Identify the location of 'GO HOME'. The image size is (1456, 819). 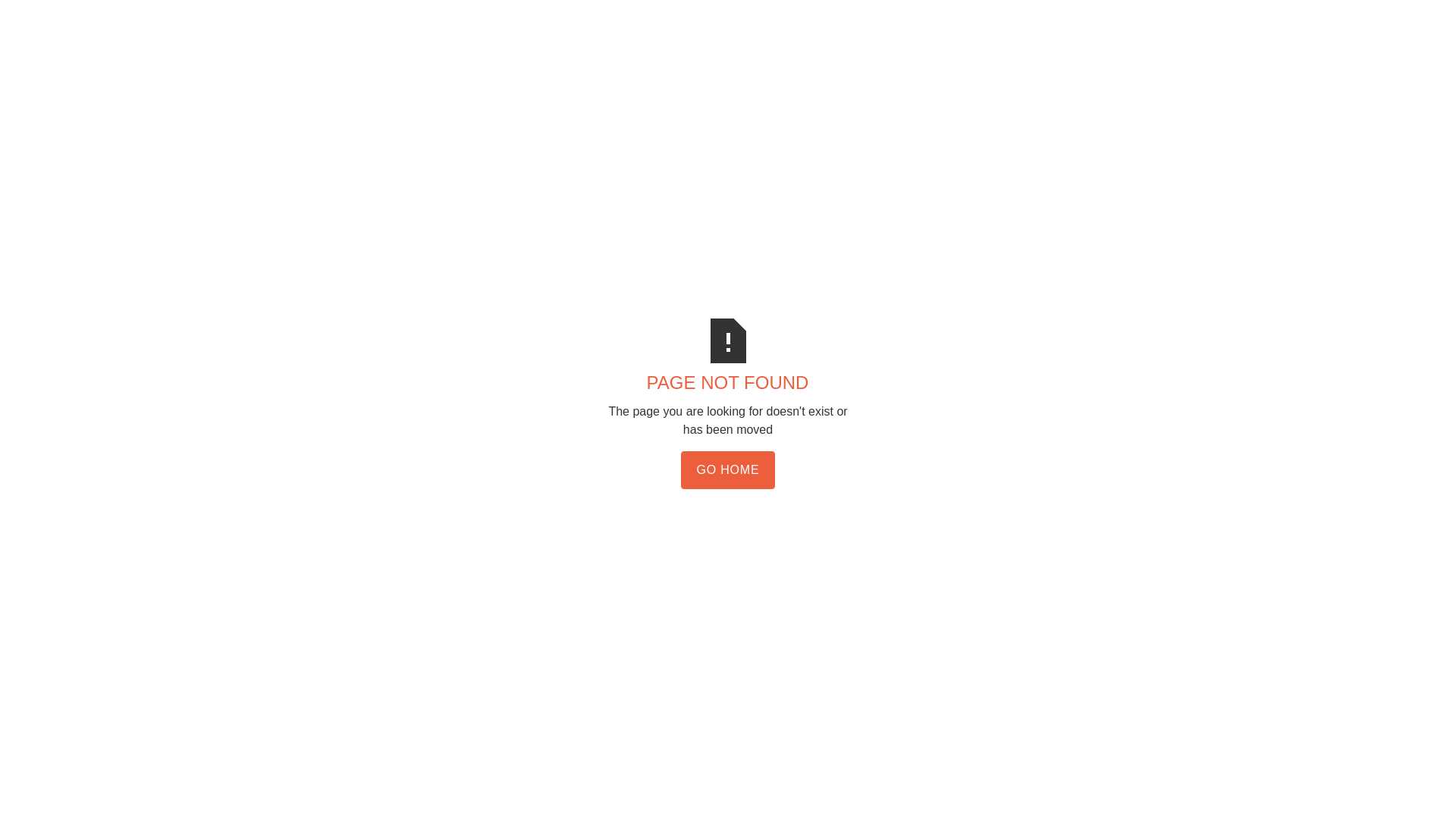
(728, 469).